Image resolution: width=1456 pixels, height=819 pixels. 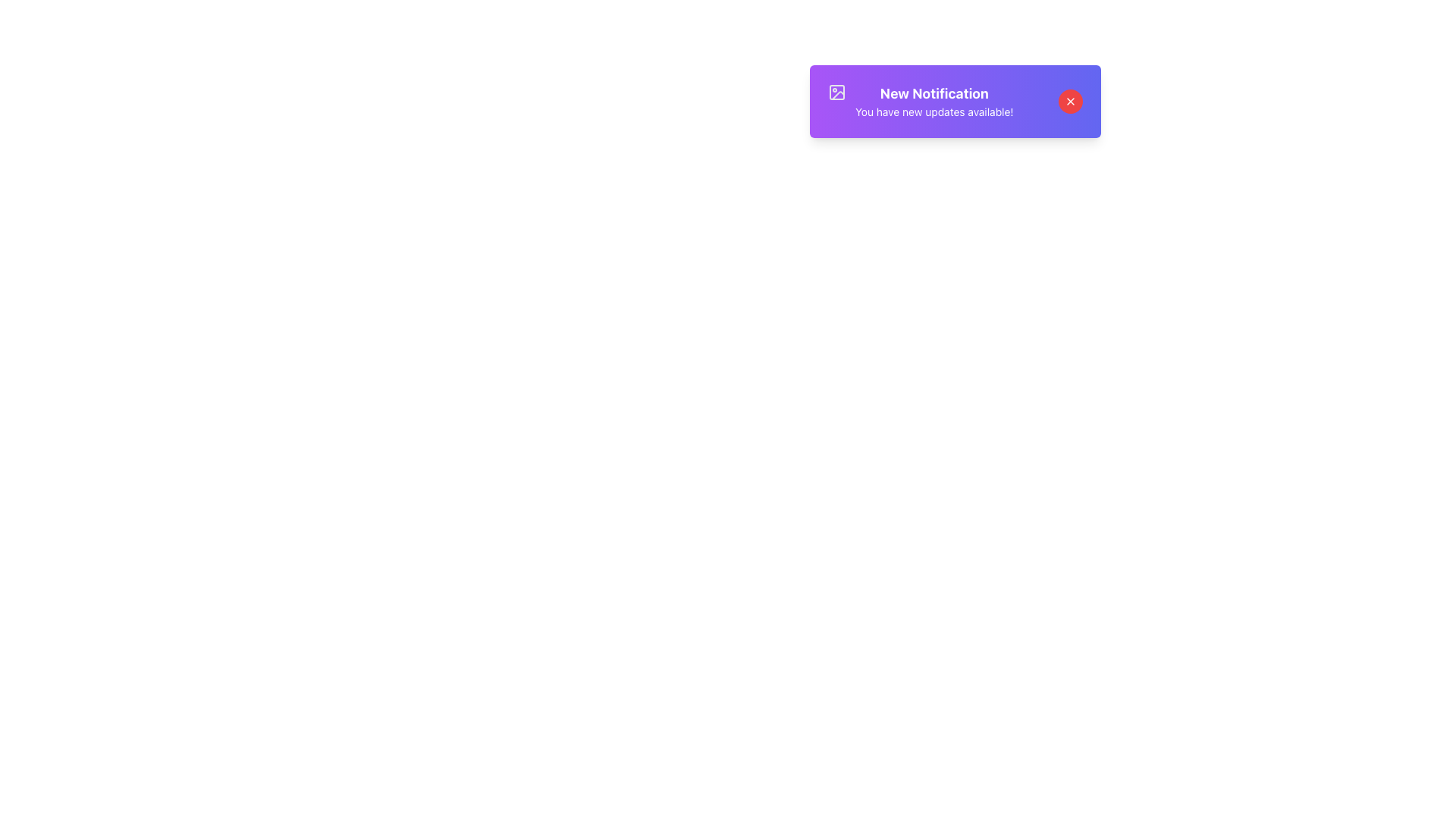 I want to click on the icon with a picture-like design located on the leftmost side of the notification component adjacent to the text 'New Notification', so click(x=836, y=93).